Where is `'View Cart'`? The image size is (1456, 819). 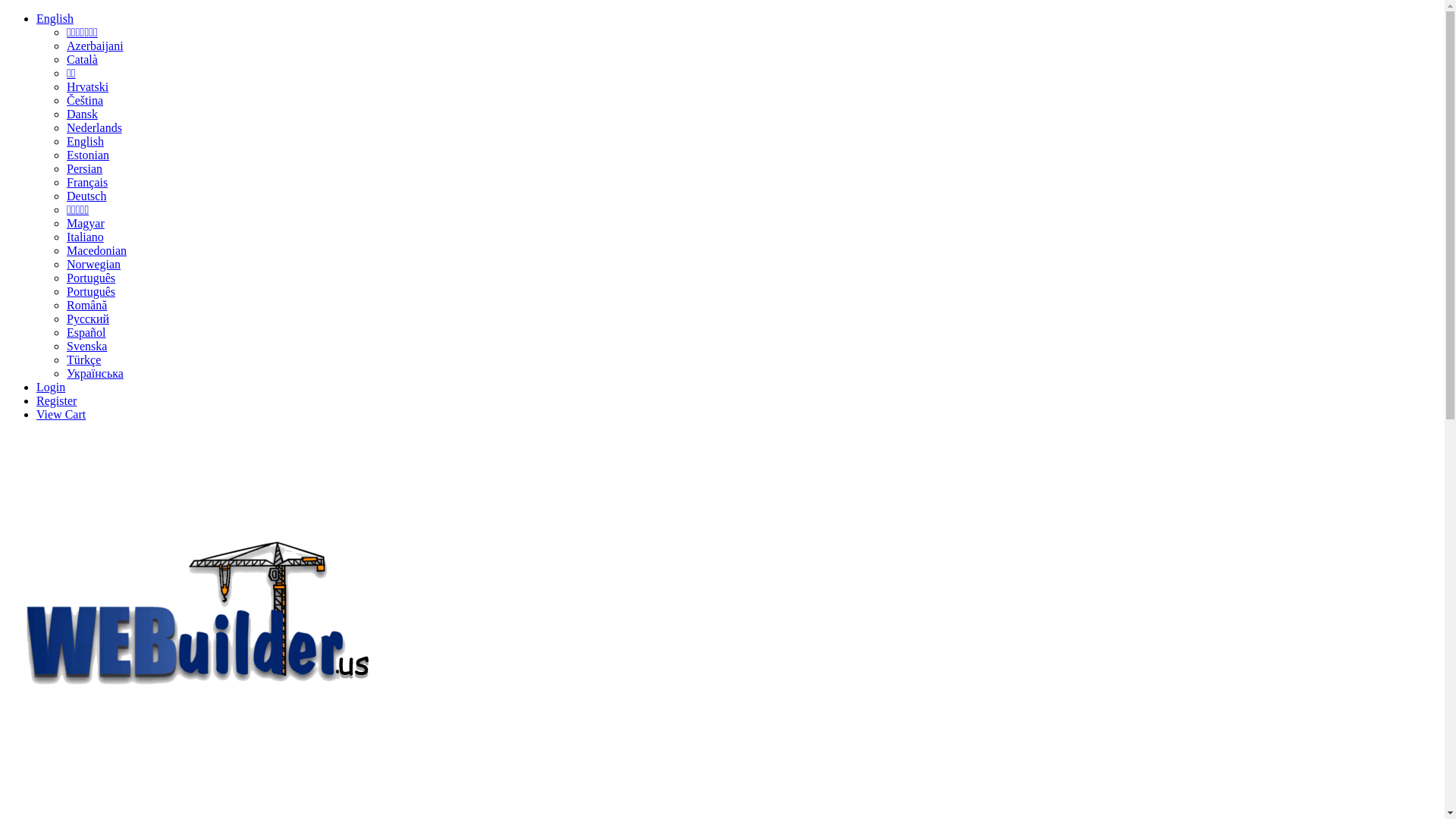
'View Cart' is located at coordinates (61, 414).